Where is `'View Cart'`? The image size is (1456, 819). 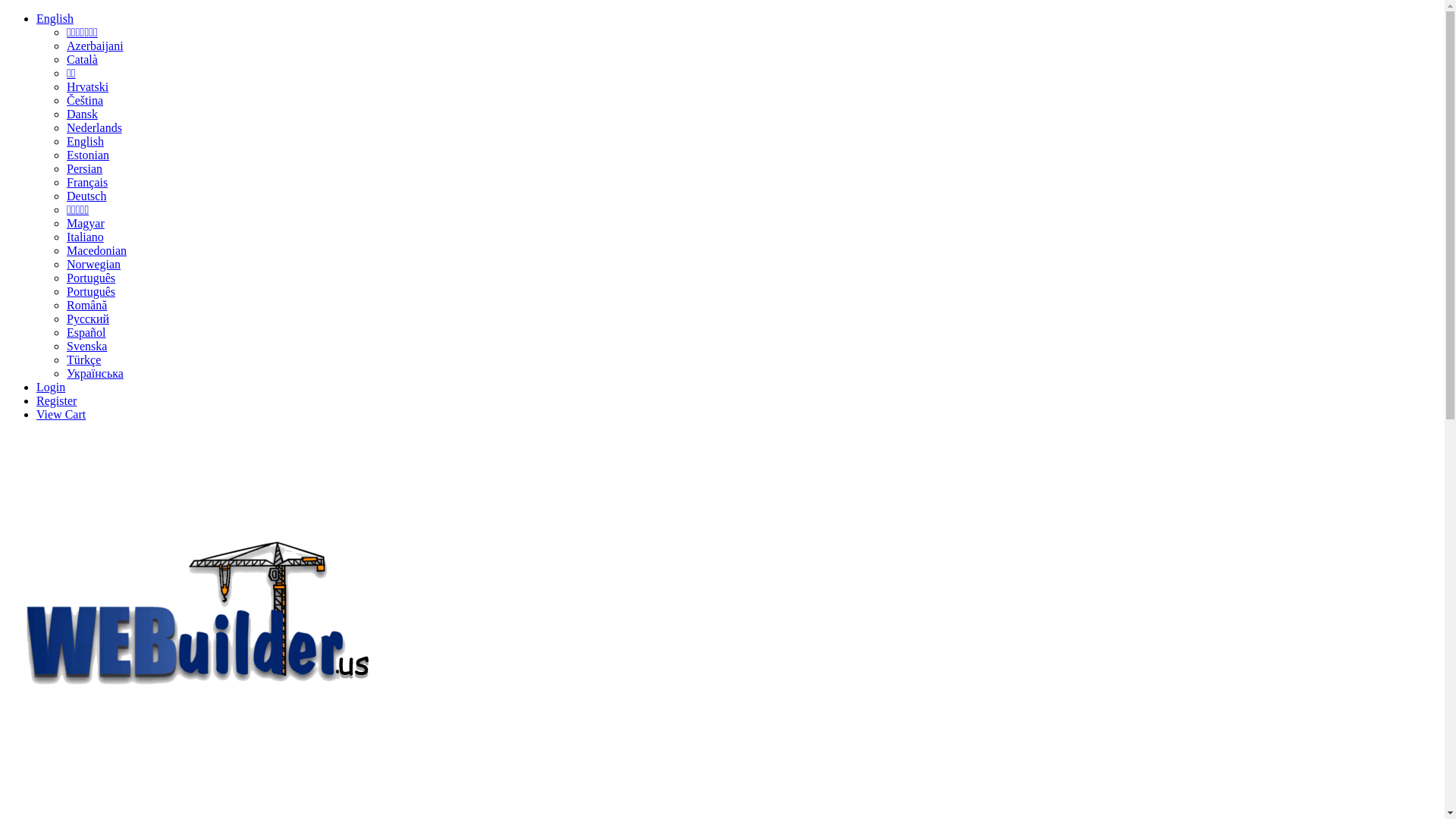
'View Cart' is located at coordinates (61, 414).